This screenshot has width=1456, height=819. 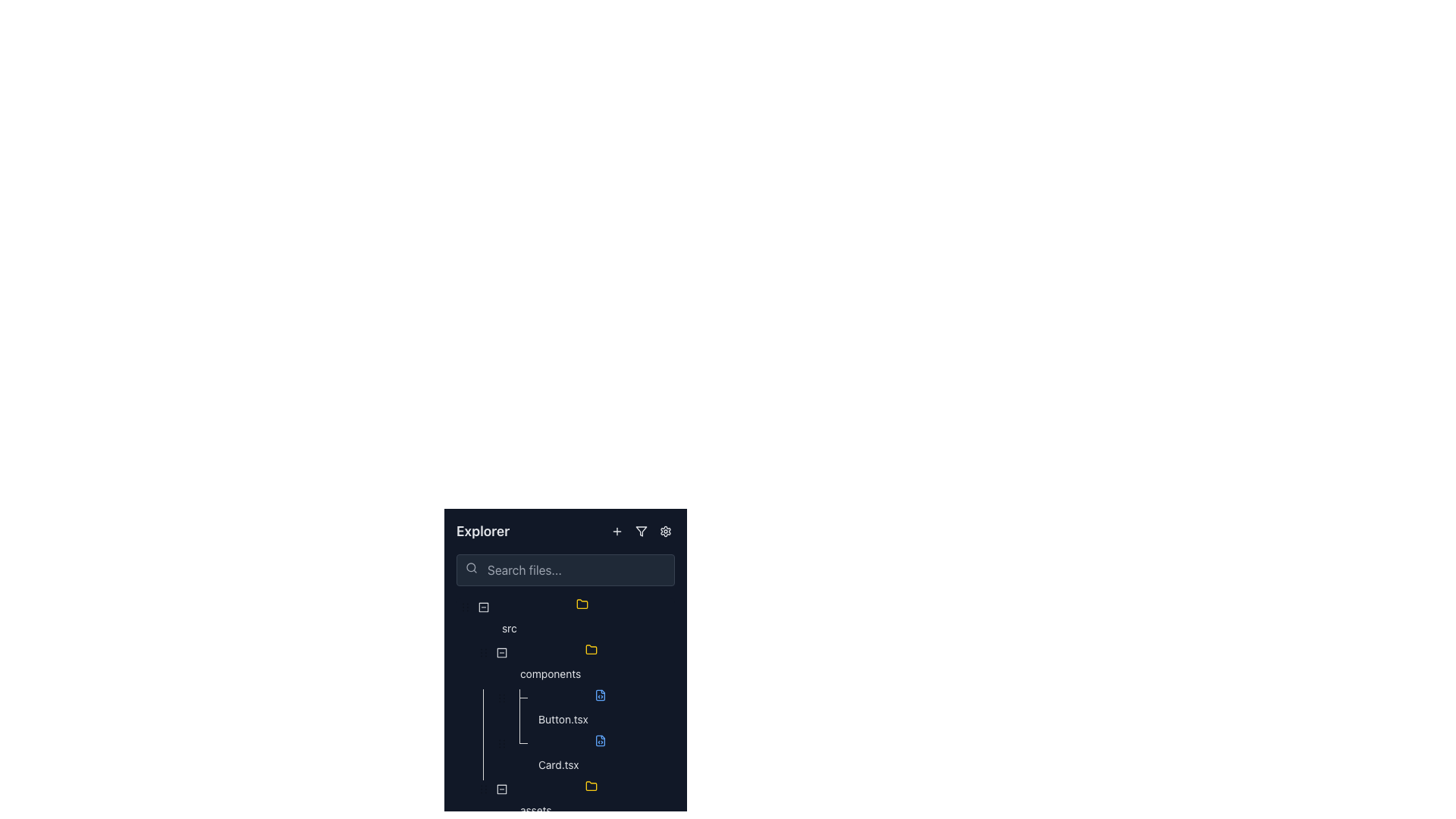 I want to click on the cogwheel icon button, which is the third and last element in a horizontal row of three buttons, so click(x=666, y=531).